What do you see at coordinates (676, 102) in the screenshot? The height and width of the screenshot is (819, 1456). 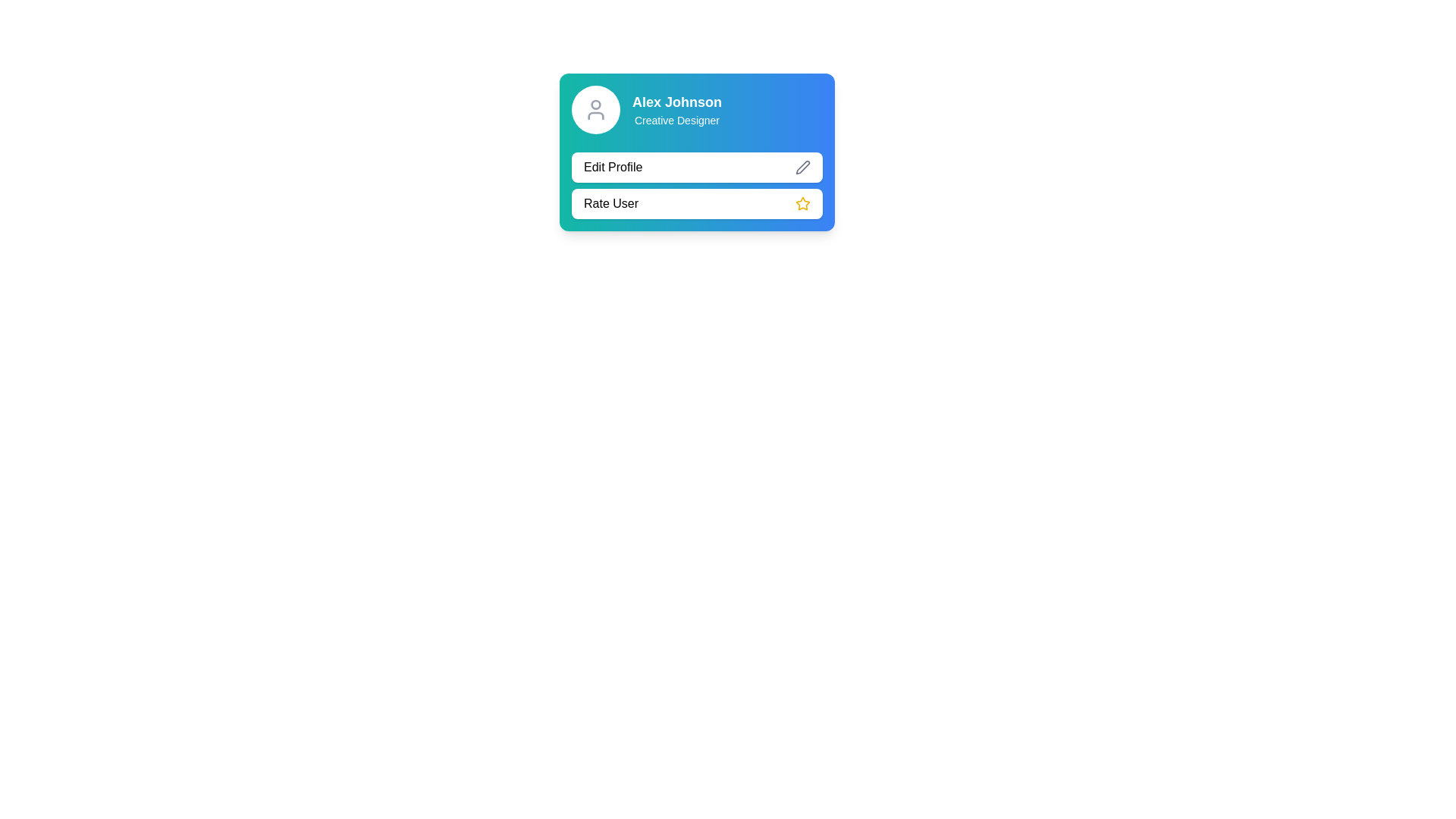 I see `the user name text label located at the upper portion of the card interface, which is positioned above the 'Creative Designer' text and to the right of the circular user avatar icon` at bounding box center [676, 102].